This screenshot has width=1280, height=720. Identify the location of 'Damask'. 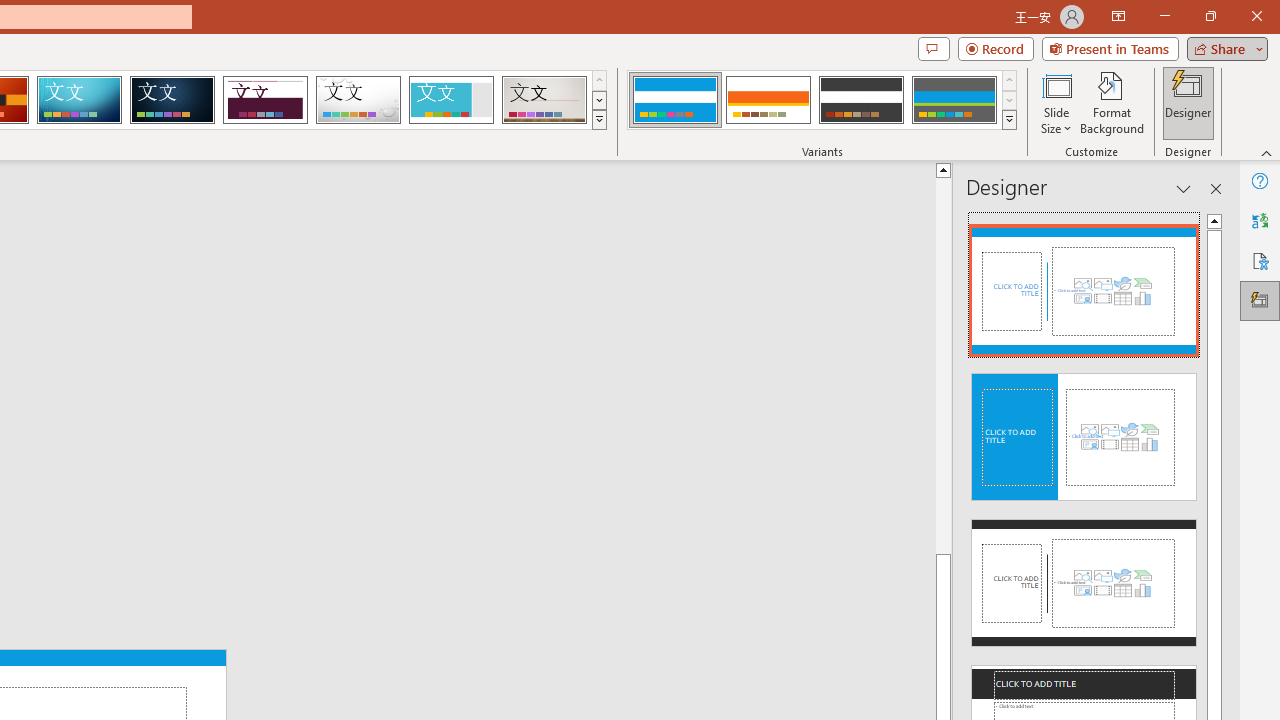
(172, 100).